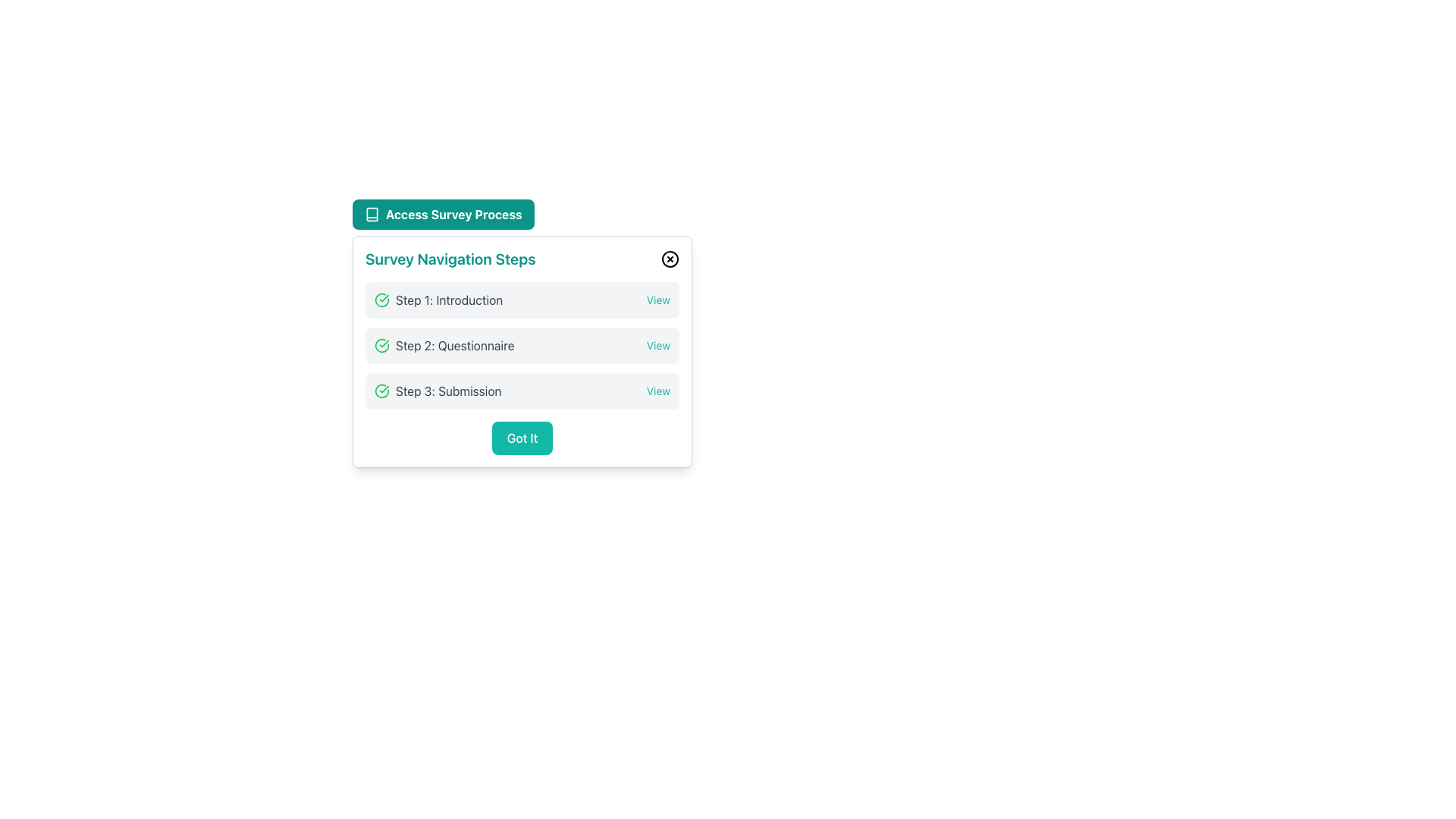 The width and height of the screenshot is (1456, 819). I want to click on the text label reading 'Step 3: Submission' in the 'Survey Navigation Steps' modal, which is styled with a gray font color and positioned in a navigation list, so click(447, 391).